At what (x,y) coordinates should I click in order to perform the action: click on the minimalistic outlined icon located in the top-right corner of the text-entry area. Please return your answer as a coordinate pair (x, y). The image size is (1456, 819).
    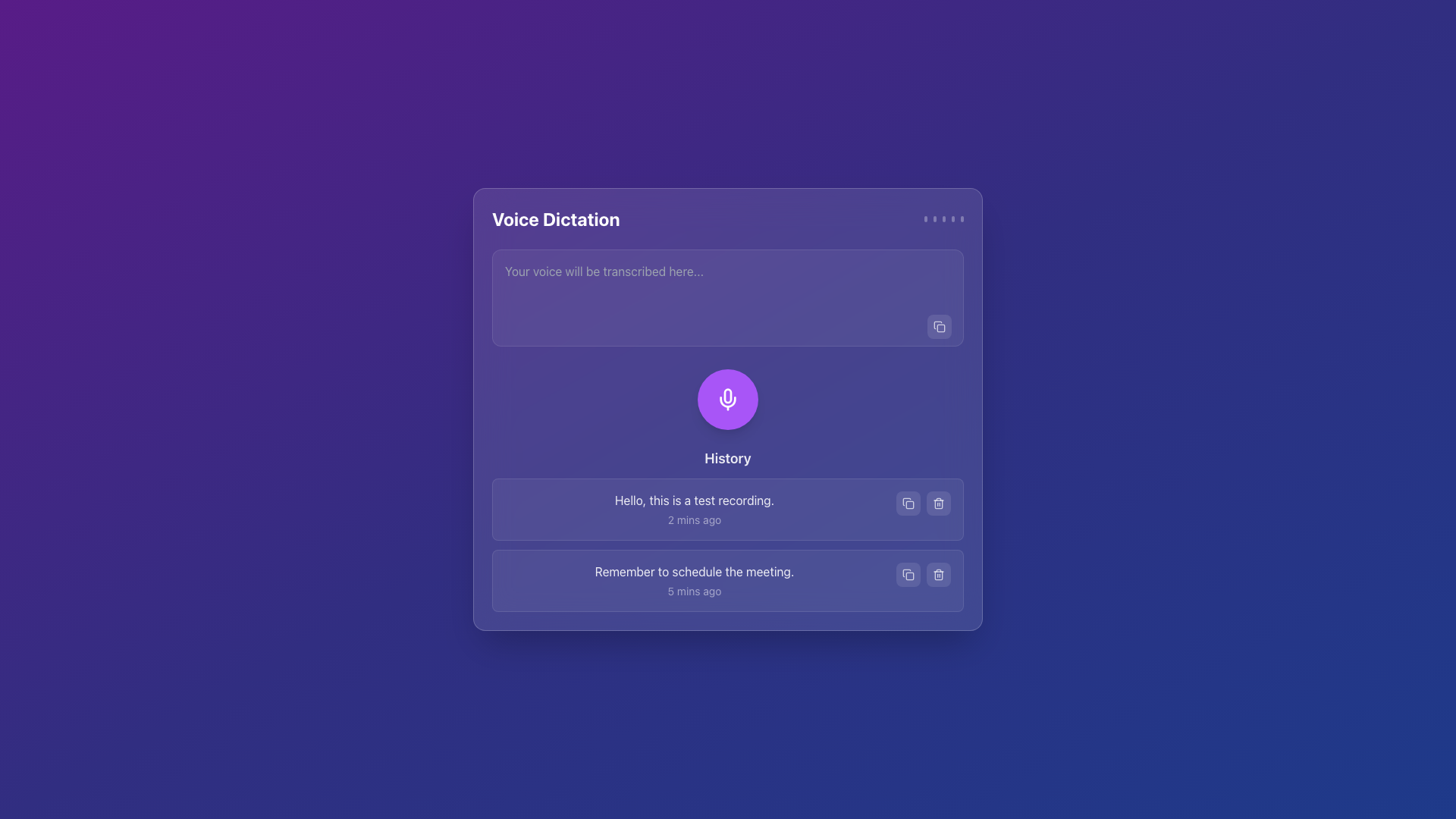
    Looking at the image, I should click on (937, 324).